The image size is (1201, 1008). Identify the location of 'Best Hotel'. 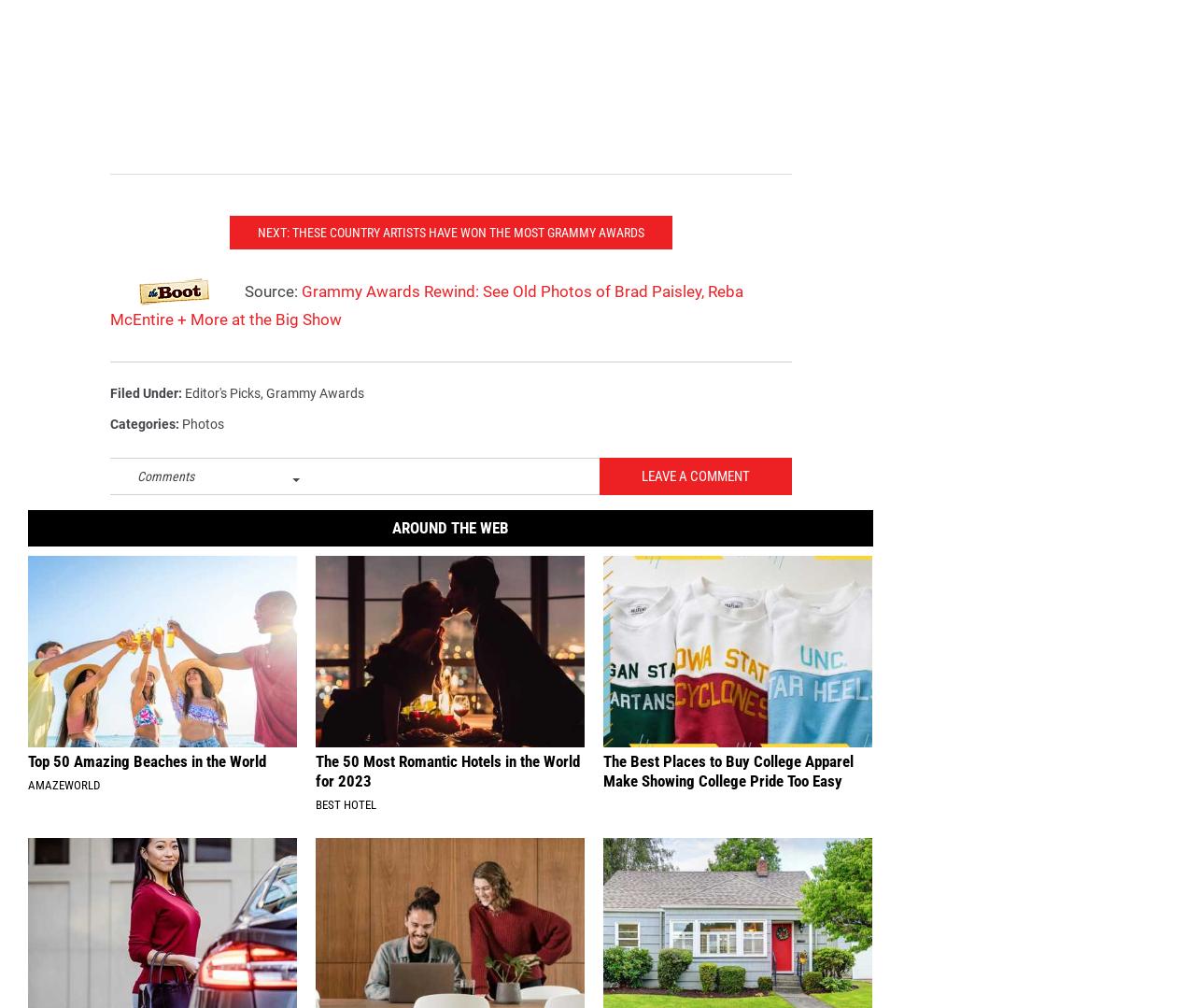
(314, 833).